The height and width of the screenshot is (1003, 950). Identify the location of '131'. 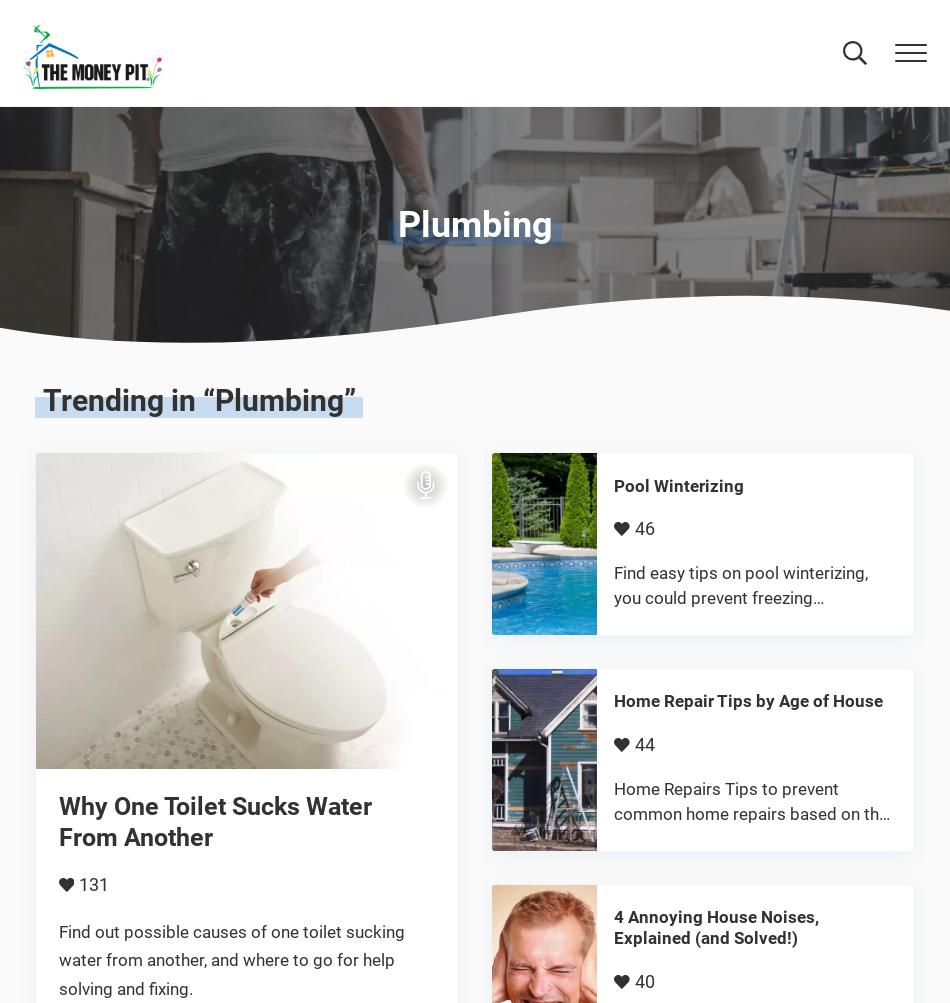
(77, 884).